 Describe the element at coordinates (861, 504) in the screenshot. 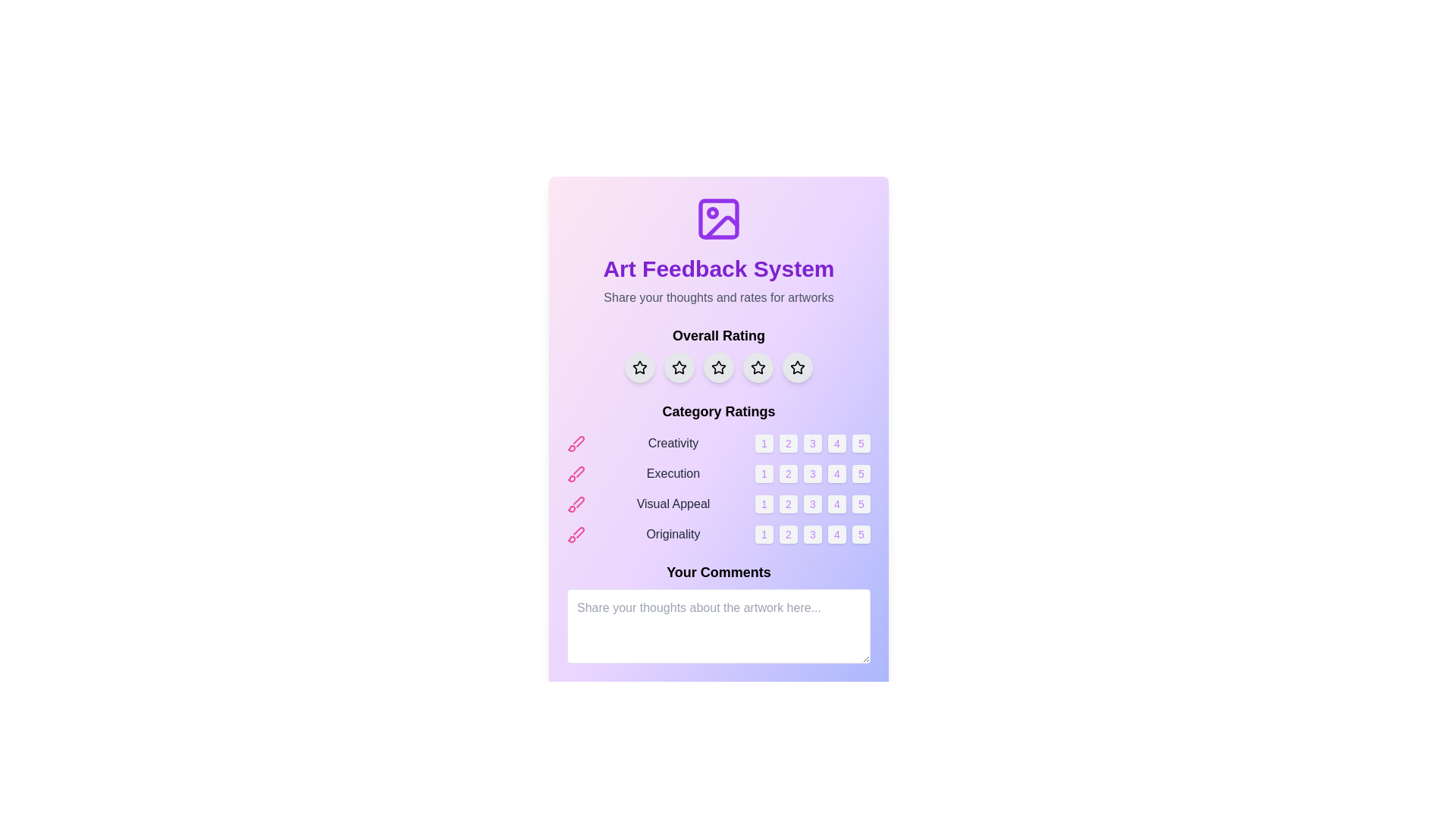

I see `the fifth button in the group of five buttons below the 'Visual Appeal' label` at that location.